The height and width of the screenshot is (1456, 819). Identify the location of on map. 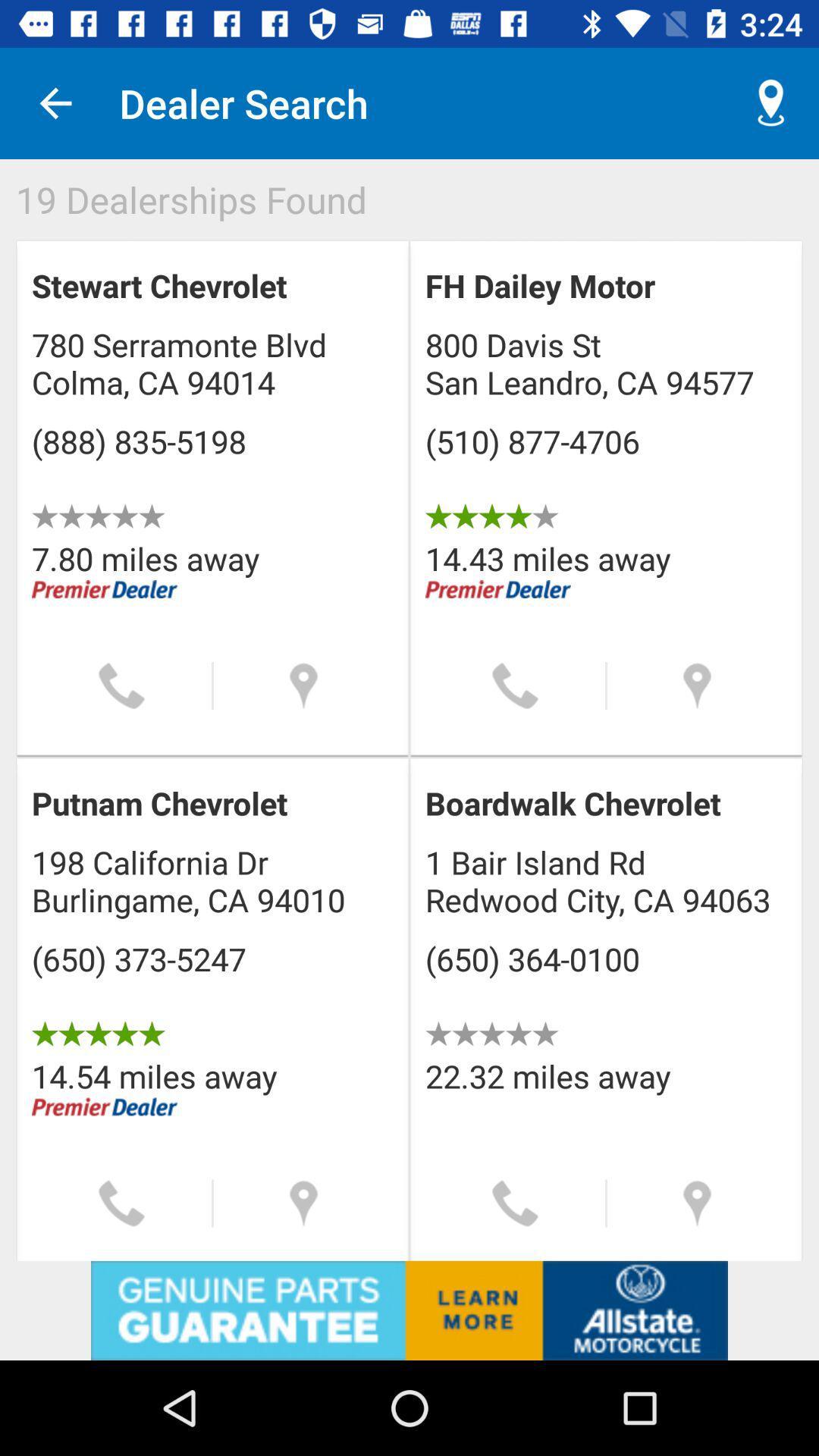
(303, 1203).